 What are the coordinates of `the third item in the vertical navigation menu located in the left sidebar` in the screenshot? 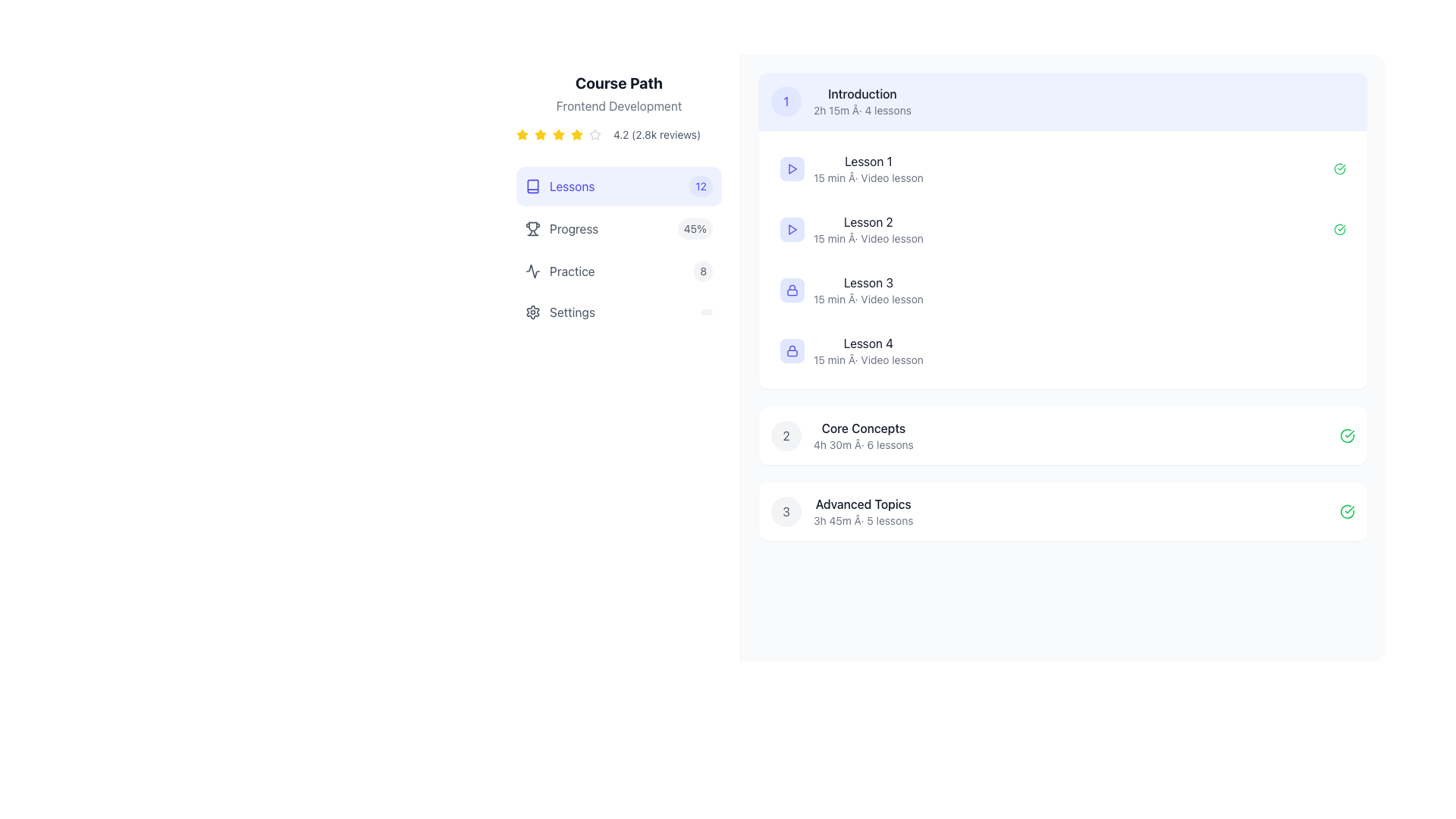 It's located at (619, 271).